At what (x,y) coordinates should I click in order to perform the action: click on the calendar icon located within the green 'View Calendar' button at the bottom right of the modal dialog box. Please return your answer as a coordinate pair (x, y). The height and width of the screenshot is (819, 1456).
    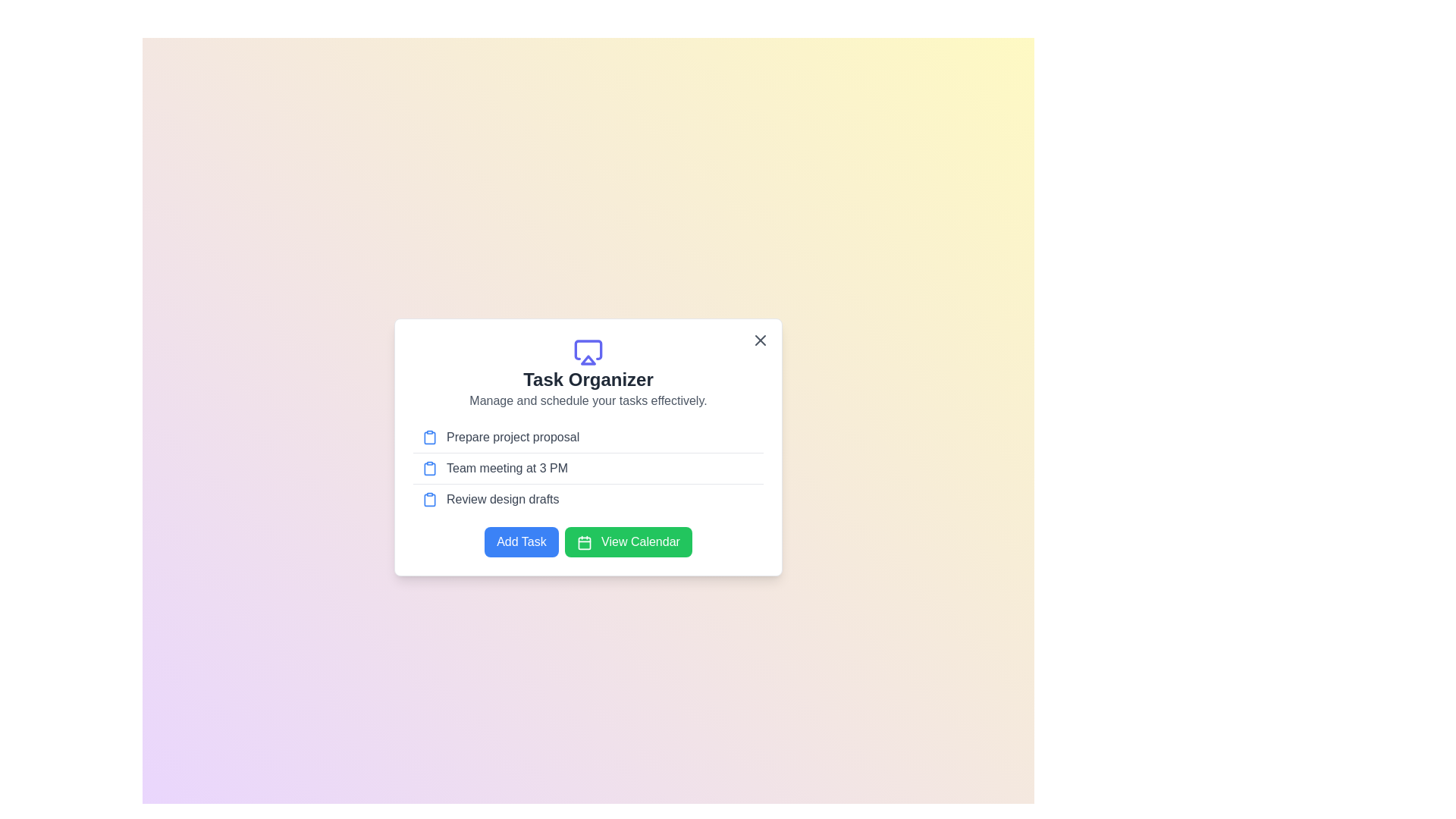
    Looking at the image, I should click on (583, 541).